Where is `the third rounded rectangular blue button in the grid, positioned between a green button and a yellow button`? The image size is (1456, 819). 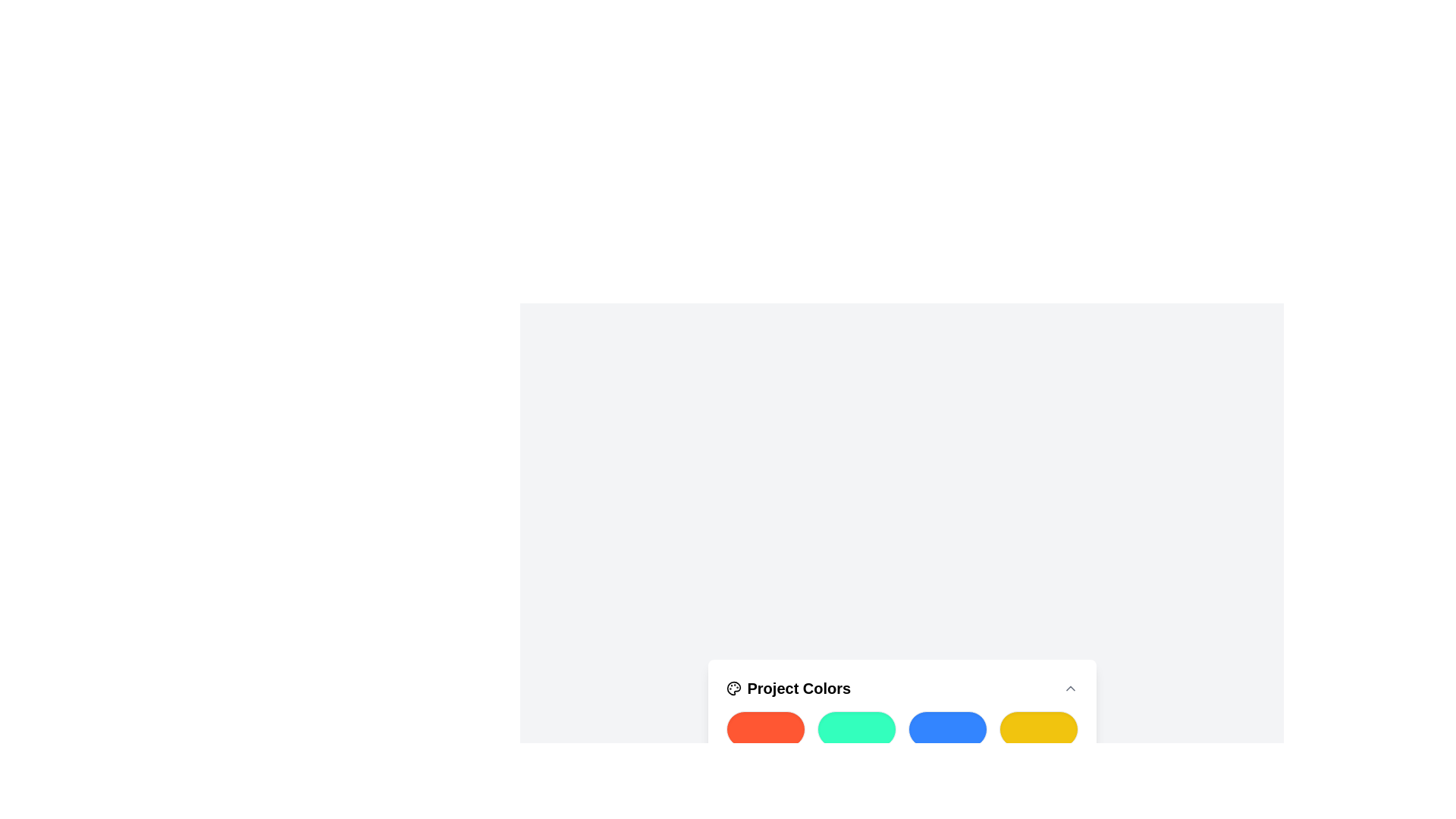
the third rounded rectangular blue button in the grid, positioned between a green button and a yellow button is located at coordinates (946, 728).